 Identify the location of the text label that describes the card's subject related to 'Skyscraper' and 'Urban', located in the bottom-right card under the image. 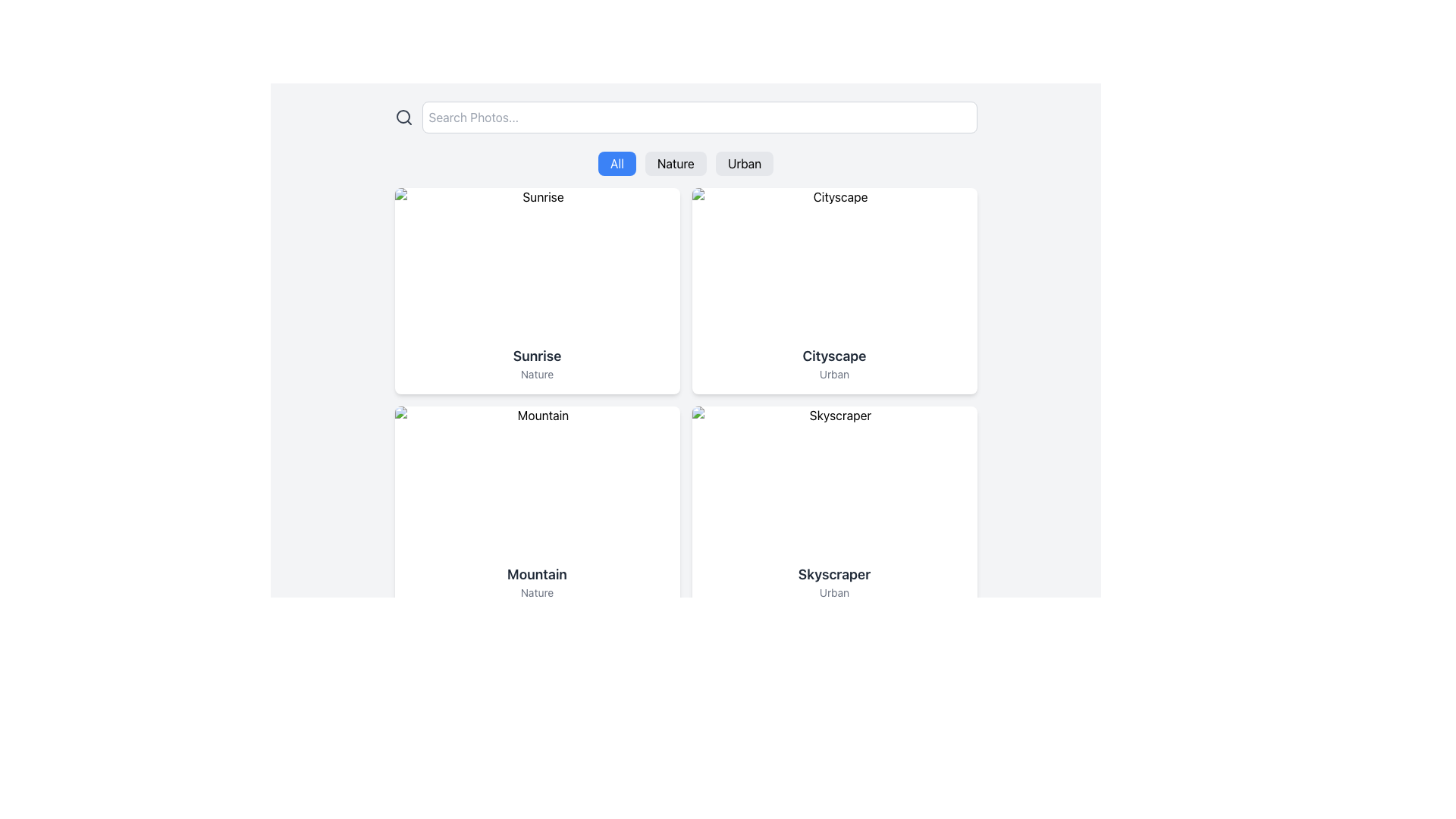
(833, 581).